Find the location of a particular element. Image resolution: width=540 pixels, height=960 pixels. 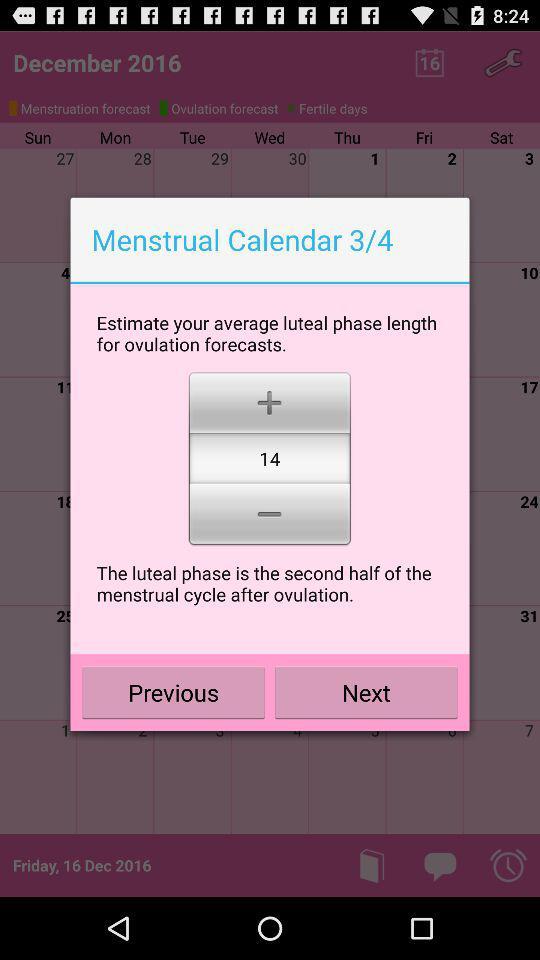

decrease count is located at coordinates (269, 515).